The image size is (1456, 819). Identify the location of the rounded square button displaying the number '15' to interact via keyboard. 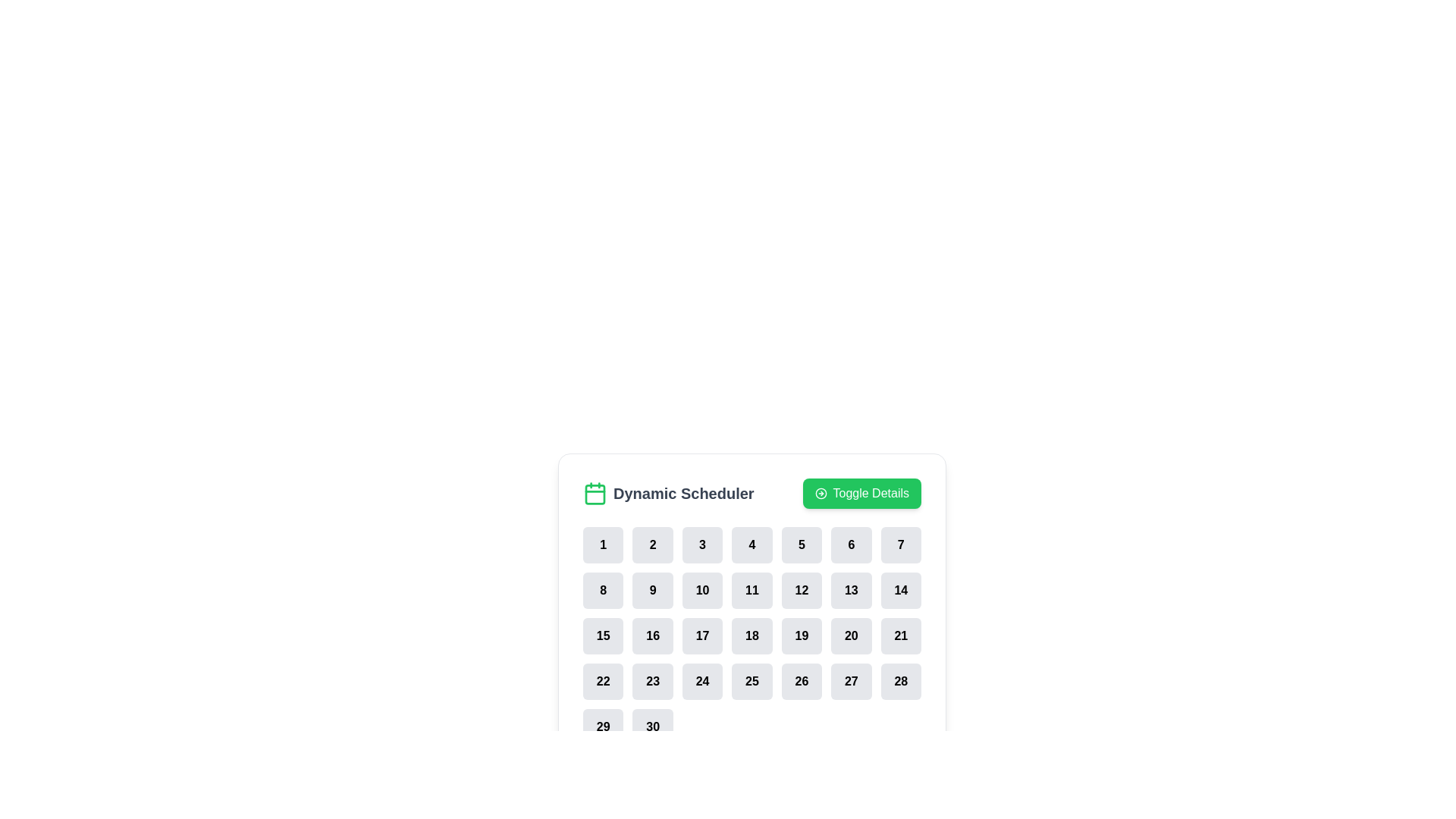
(602, 636).